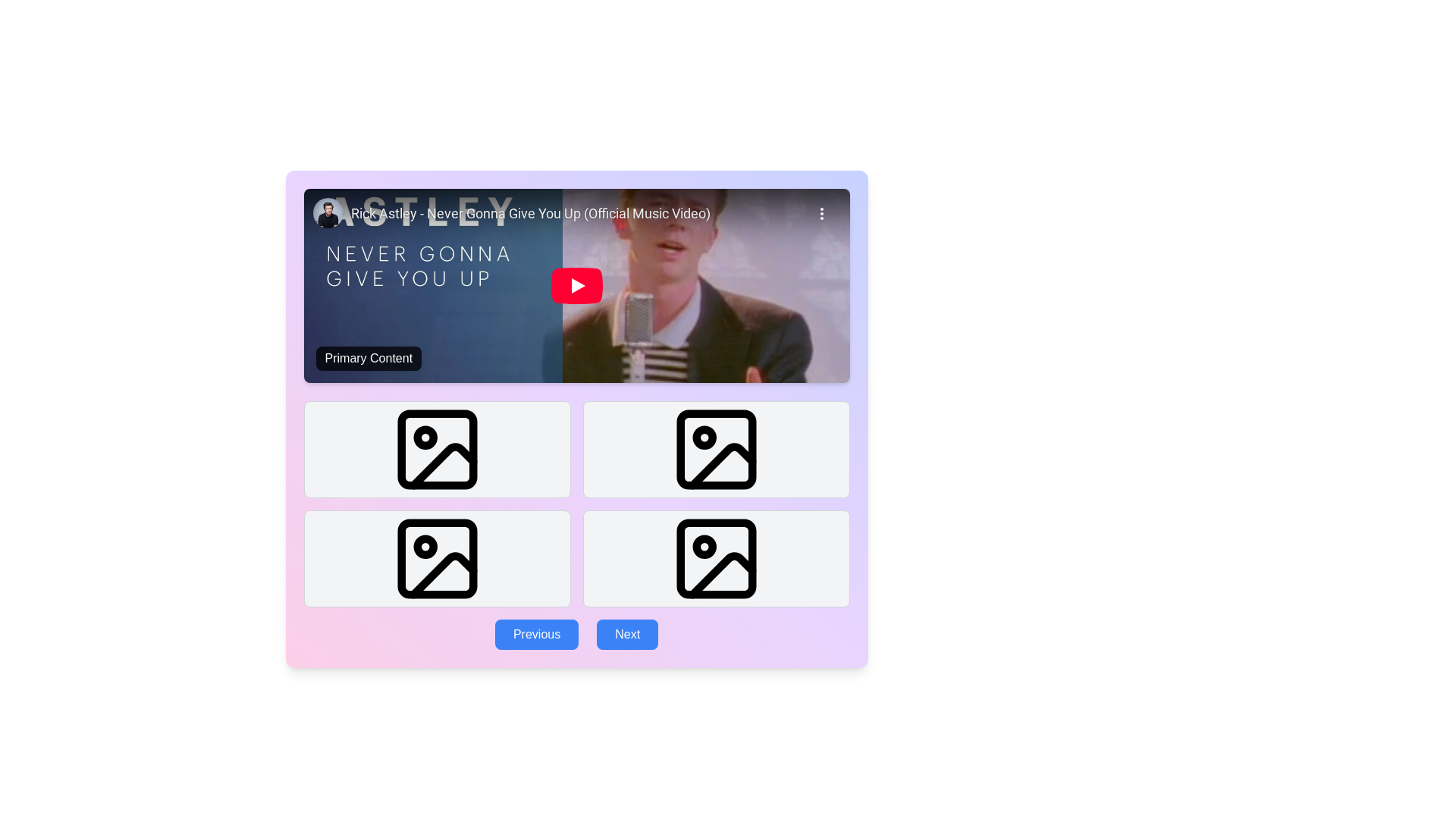 The height and width of the screenshot is (819, 1456). I want to click on the decorative graphical component located in the bottom-right image icon of the grid below the video content, so click(721, 575).